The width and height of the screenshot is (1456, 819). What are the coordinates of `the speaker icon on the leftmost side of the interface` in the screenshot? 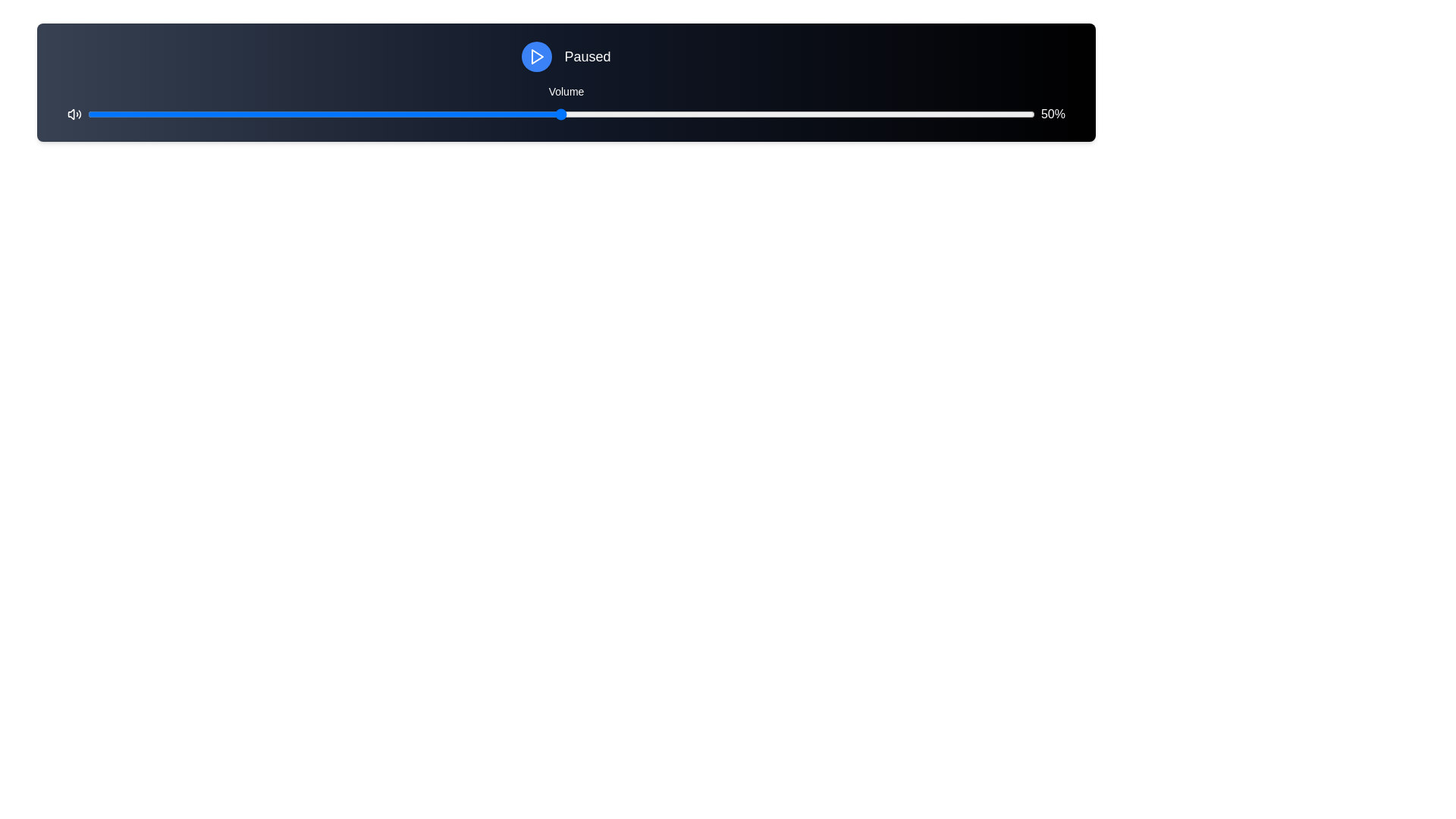 It's located at (74, 113).